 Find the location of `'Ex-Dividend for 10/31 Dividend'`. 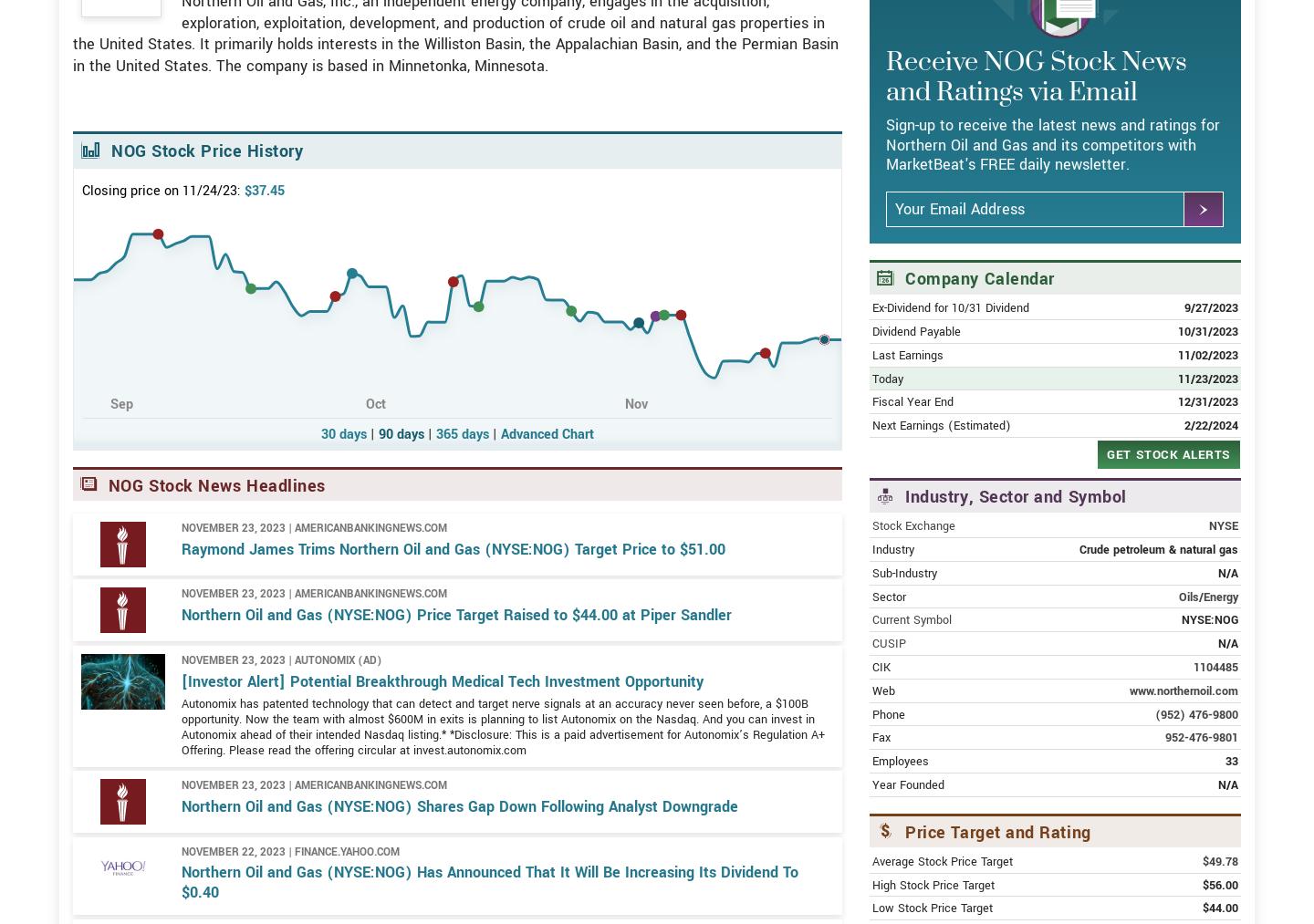

'Ex-Dividend for 10/31 Dividend' is located at coordinates (950, 372).